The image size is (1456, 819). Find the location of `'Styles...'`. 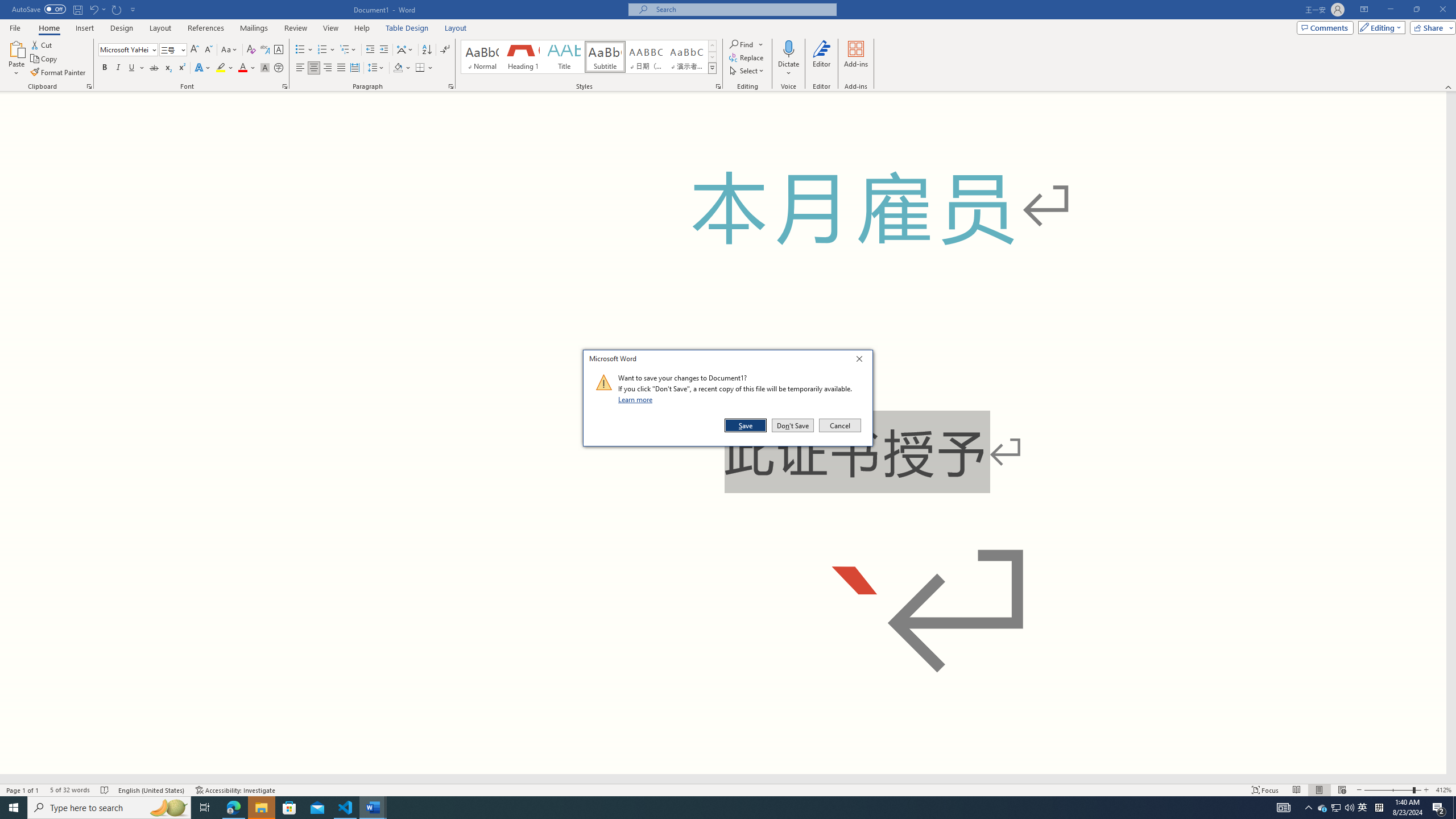

'Styles...' is located at coordinates (717, 85).